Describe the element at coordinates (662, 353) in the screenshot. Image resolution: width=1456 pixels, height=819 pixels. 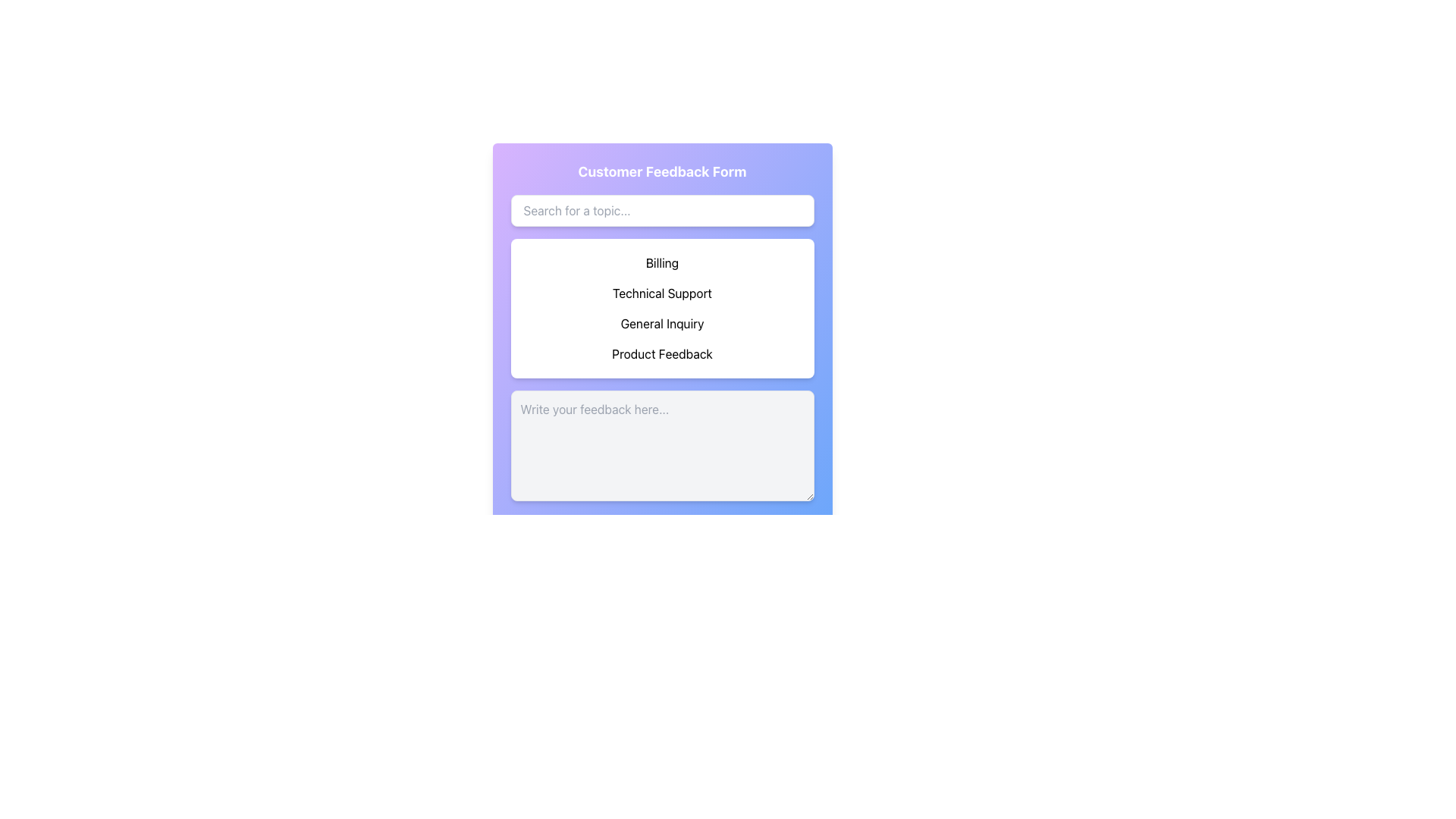
I see `the 'Product Feedback' button, which is the fourth option in the 'Customer Feedback Form' panel` at that location.